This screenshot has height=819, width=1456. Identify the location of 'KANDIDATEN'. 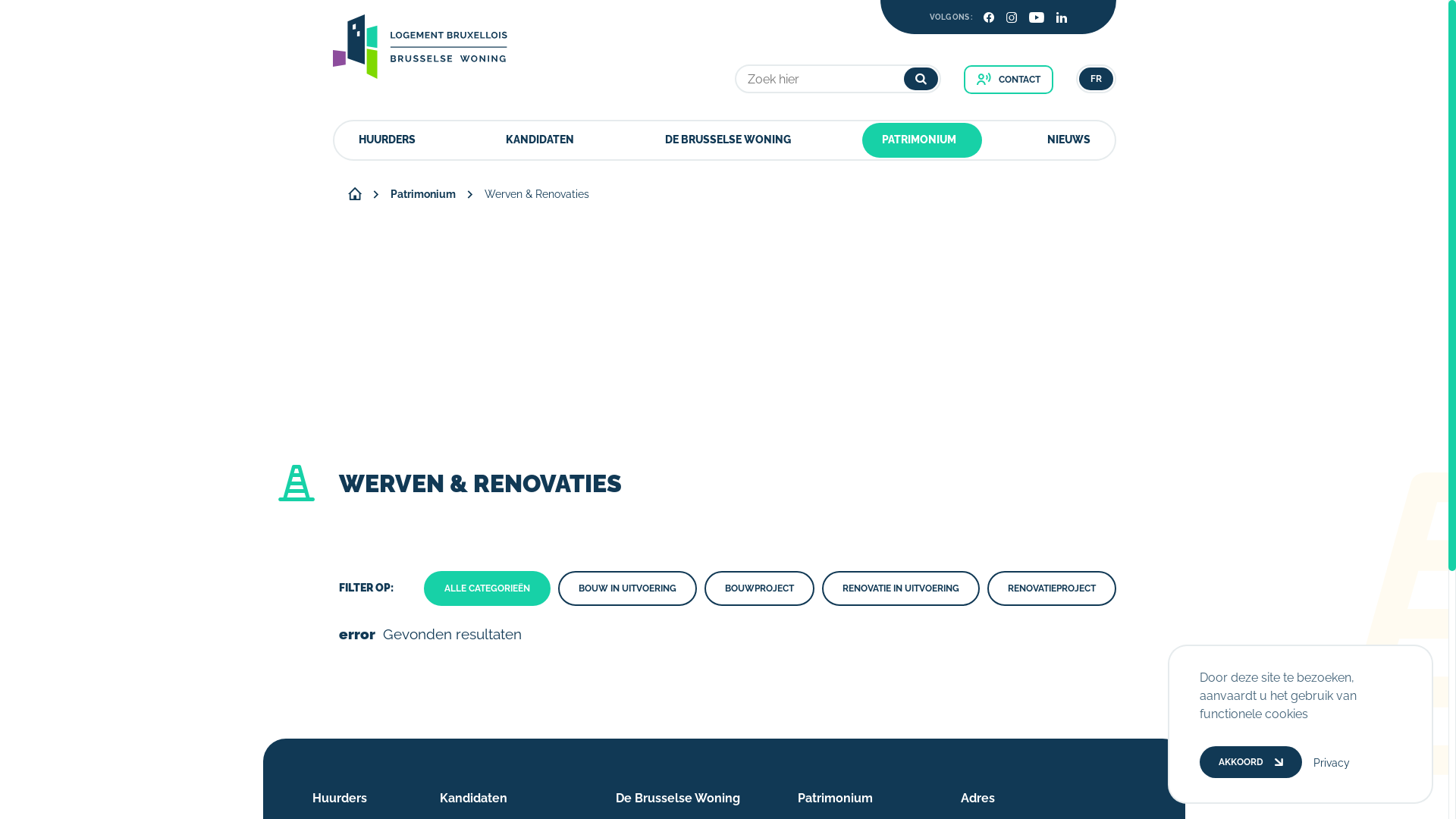
(539, 140).